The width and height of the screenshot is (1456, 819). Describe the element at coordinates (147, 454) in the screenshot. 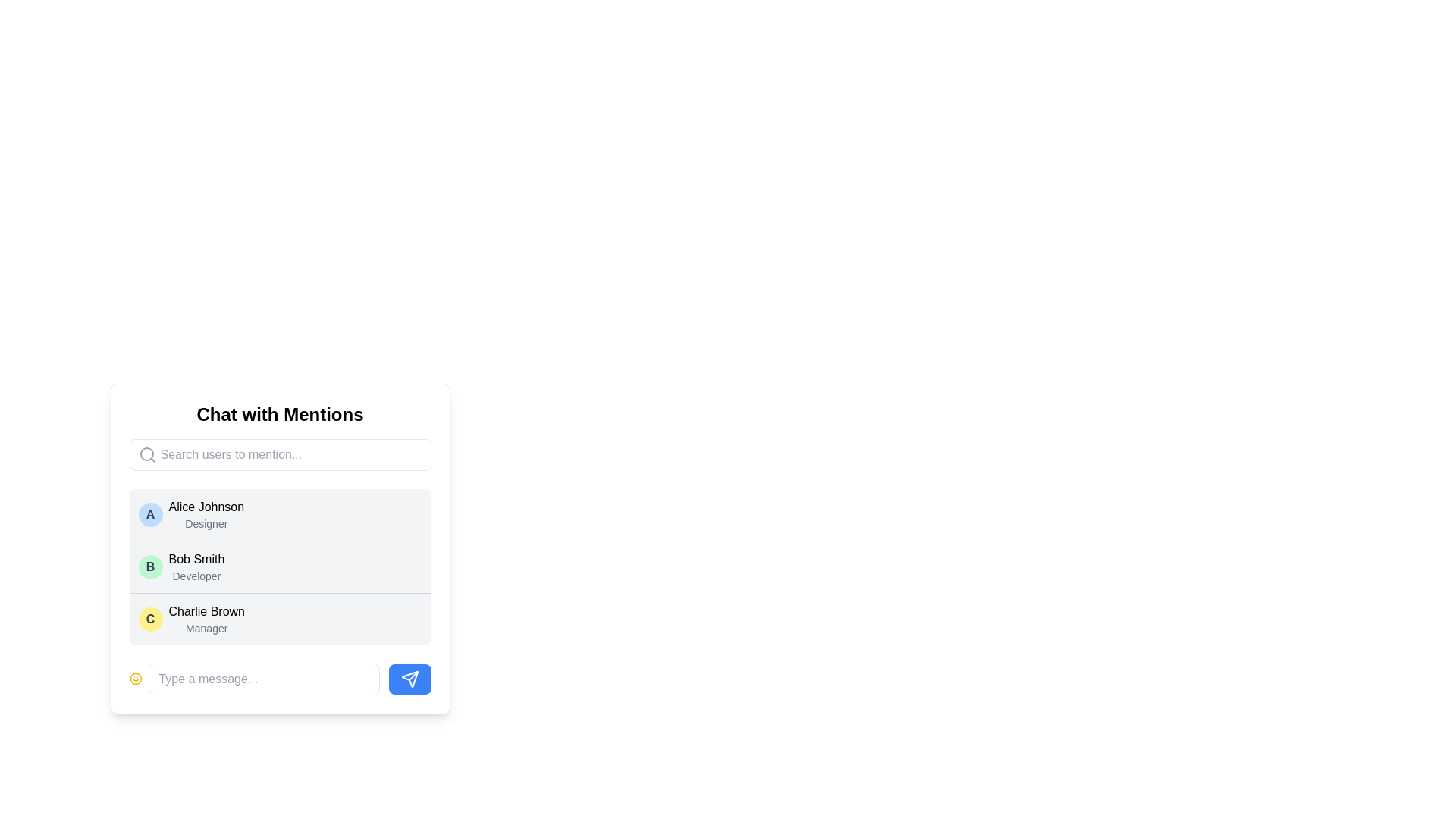

I see `the gray magnifying glass icon located at the left edge of the input box with the placeholder text 'Search users to mention...'` at that location.